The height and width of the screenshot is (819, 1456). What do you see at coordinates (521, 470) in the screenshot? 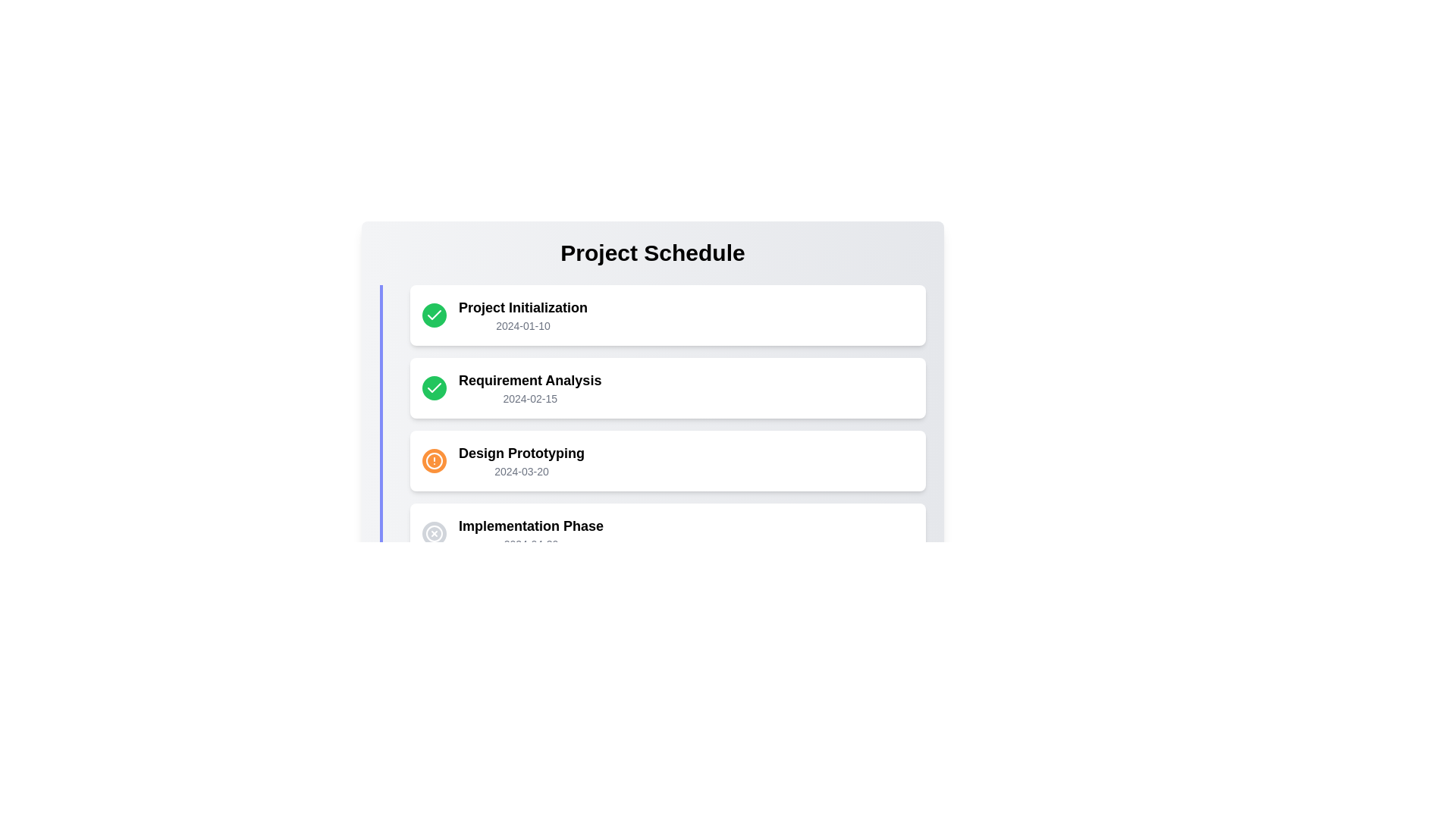
I see `date information displayed in a small, gray sans-serif font text label located below the title 'Design Prototyping' in the third item of the project schedule layout` at bounding box center [521, 470].